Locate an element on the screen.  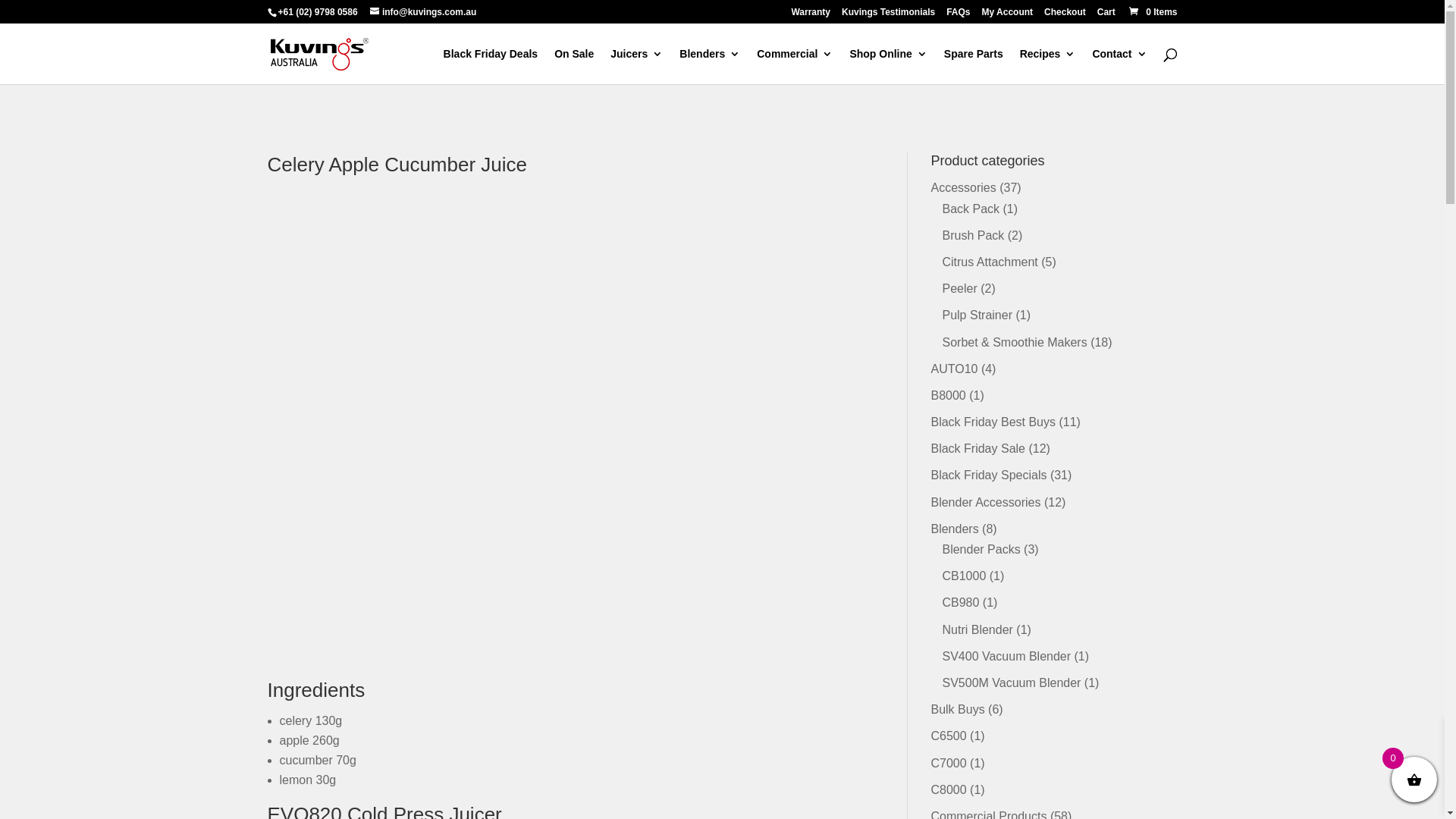
'Black Friday Best Buys' is located at coordinates (993, 422).